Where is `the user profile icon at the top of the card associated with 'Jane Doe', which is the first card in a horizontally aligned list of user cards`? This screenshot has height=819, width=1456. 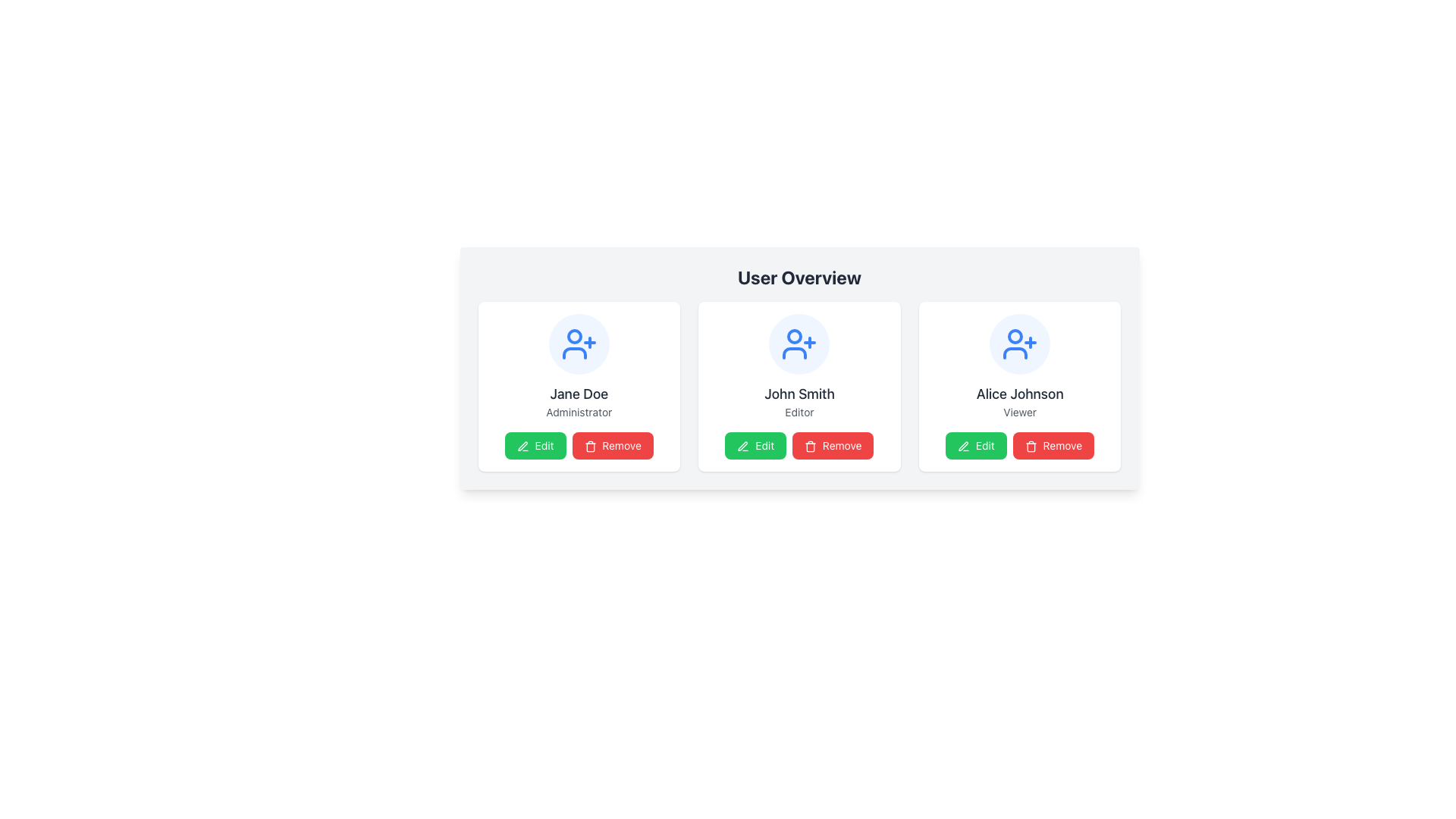 the user profile icon at the top of the card associated with 'Jane Doe', which is the first card in a horizontally aligned list of user cards is located at coordinates (578, 344).